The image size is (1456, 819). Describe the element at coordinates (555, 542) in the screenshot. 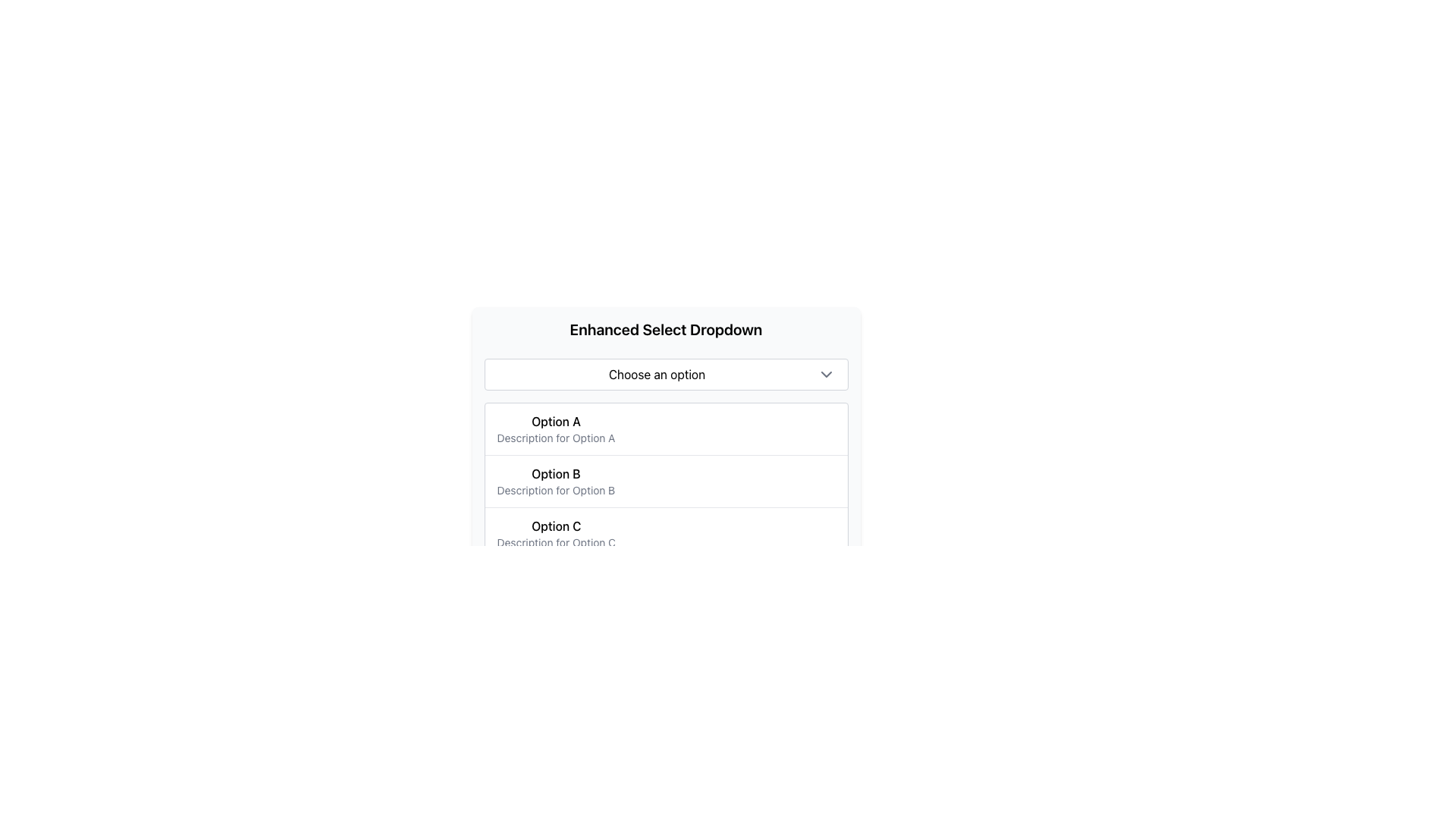

I see `the text label that contains the phrase 'Description for Option C.' positioned below the 'Option C' label in the dropdown menu interface` at that location.